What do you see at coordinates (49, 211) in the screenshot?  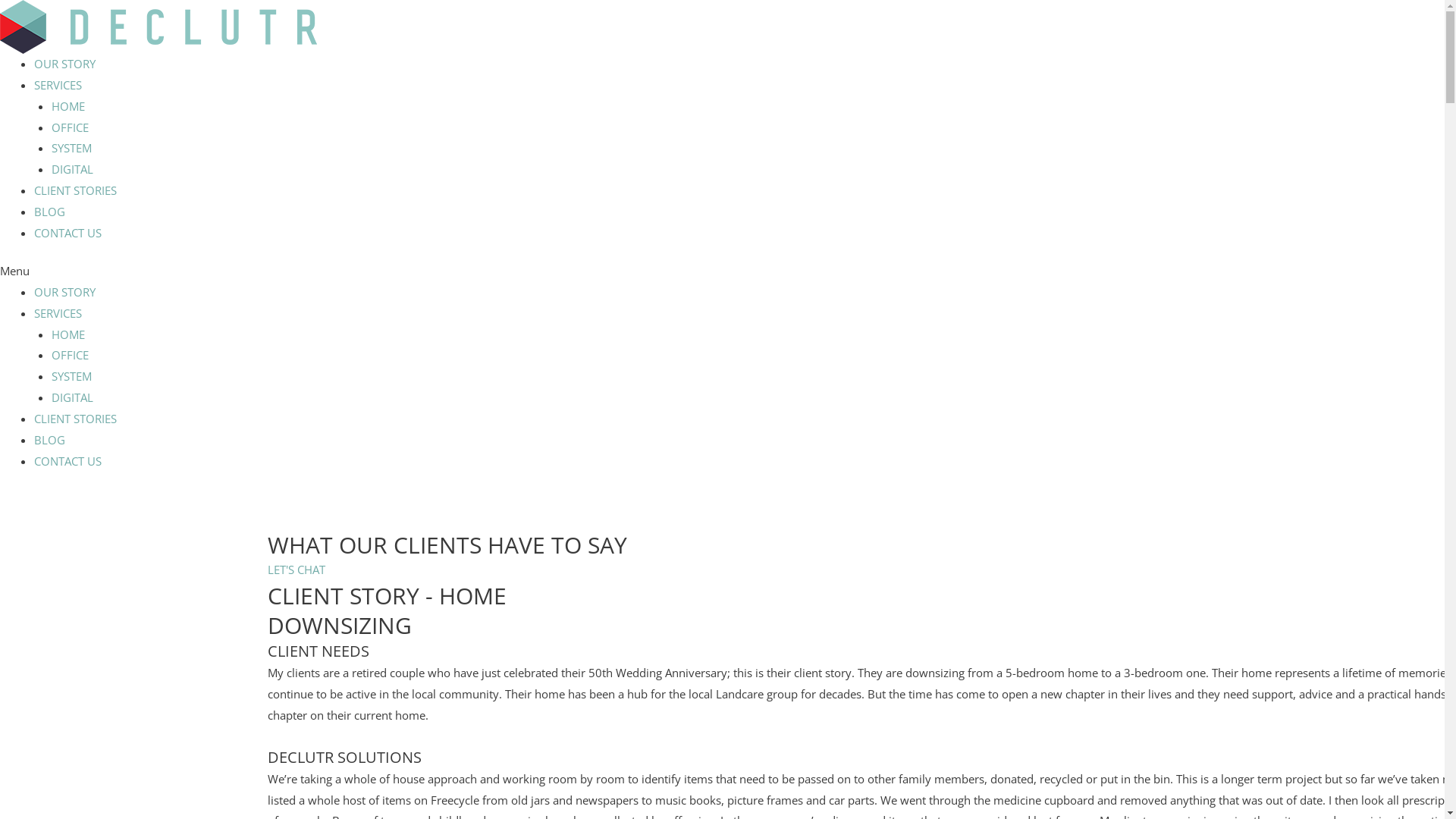 I see `'BLOG'` at bounding box center [49, 211].